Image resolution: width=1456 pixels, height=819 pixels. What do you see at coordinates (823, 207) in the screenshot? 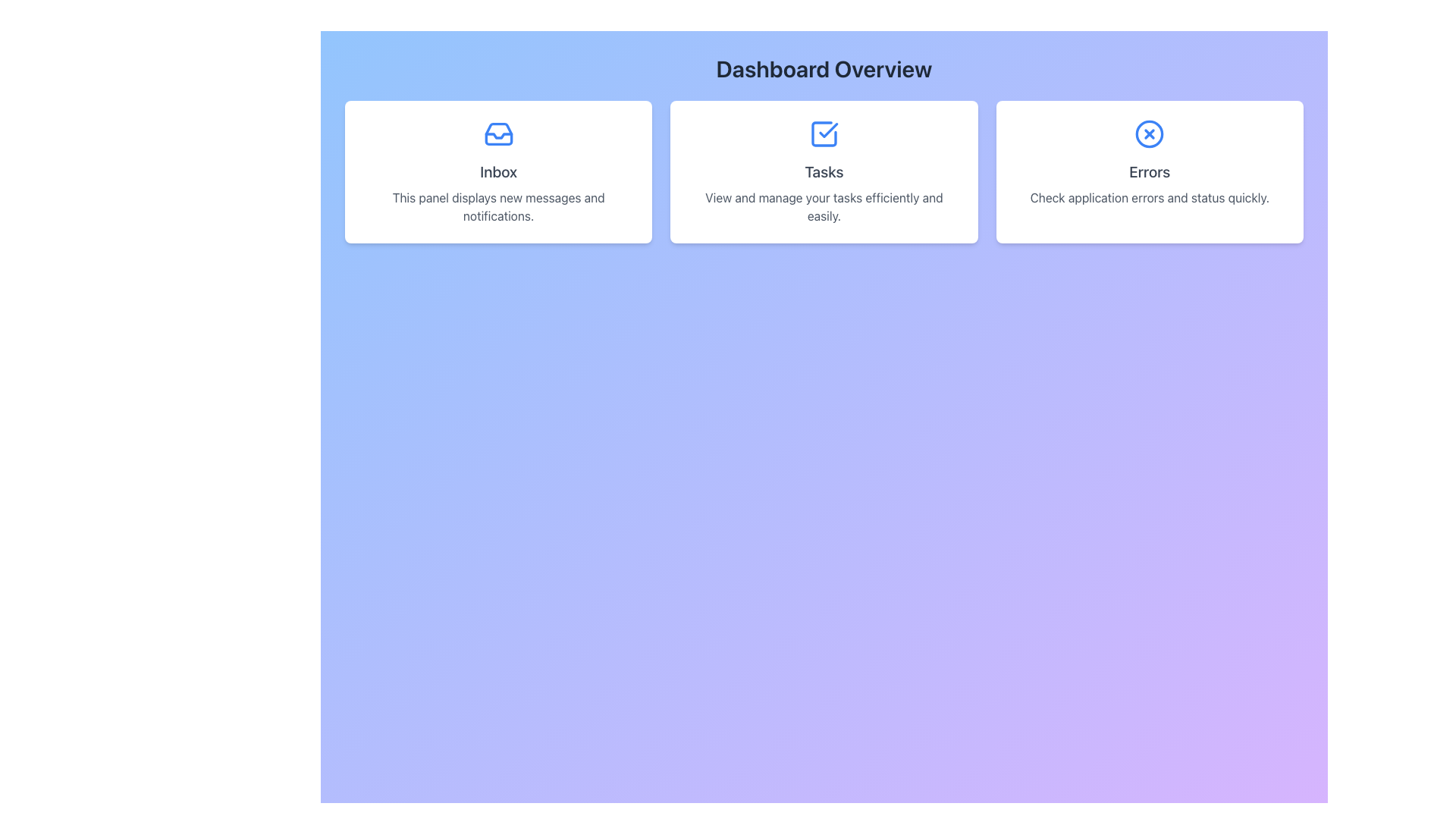
I see `the text paragraph displaying 'View and manage your tasks efficiently and easily.' which is located below the 'Tasks' header` at bounding box center [823, 207].